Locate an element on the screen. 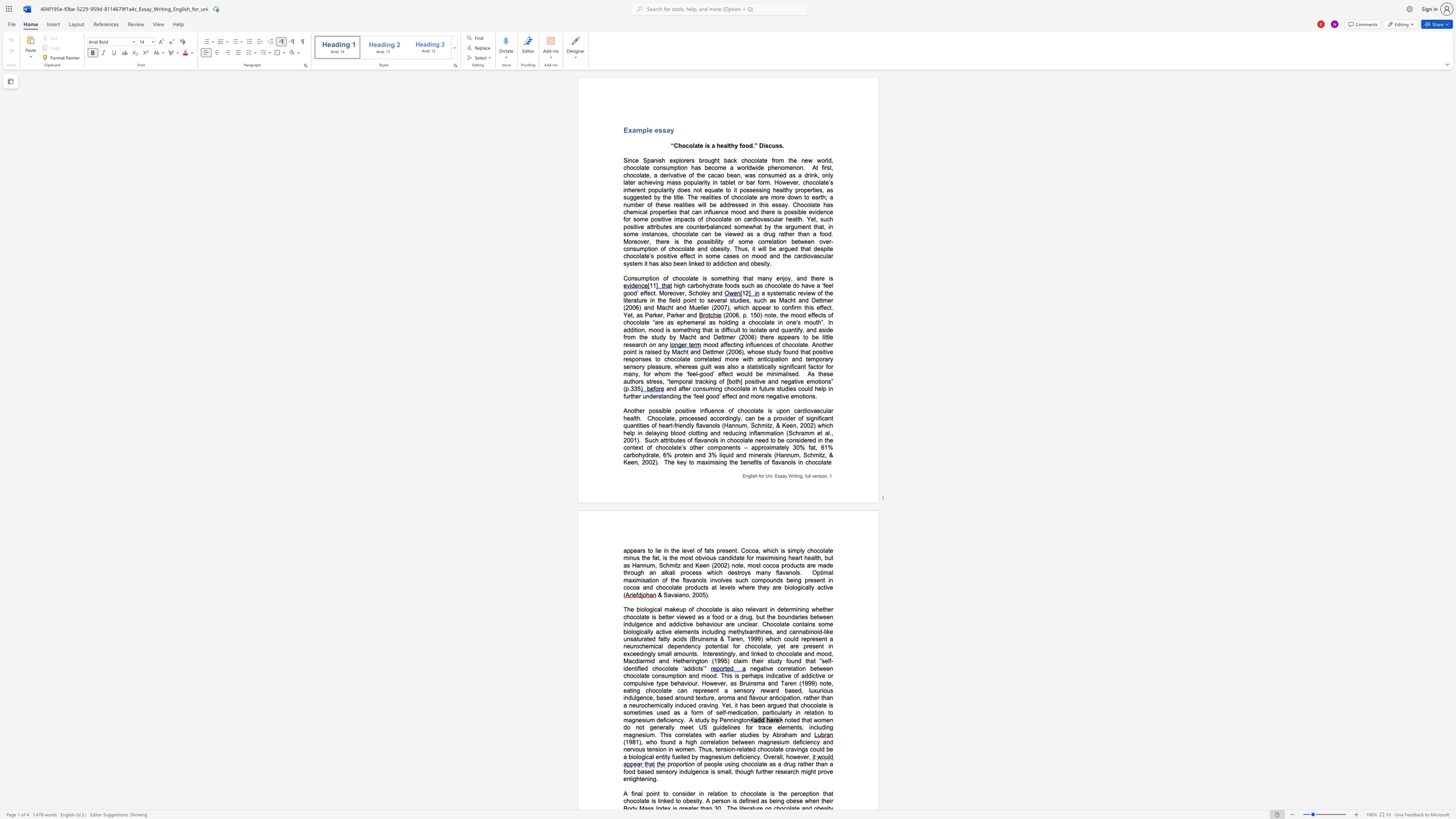  the subset text "f chocolate’s other components – approximately 30% fat, 61% carbohydrate, 6% protein and 3% liquid and minerals (Hann" within the text "Such attributes of flavanols in chocolate need to be considered in the context of chocolate’s other components – approximately 30% fat, 61% carbohydrate, 6% protein and 3% liquid and minerals (Hannum, Sch" is located at coordinates (649, 447).